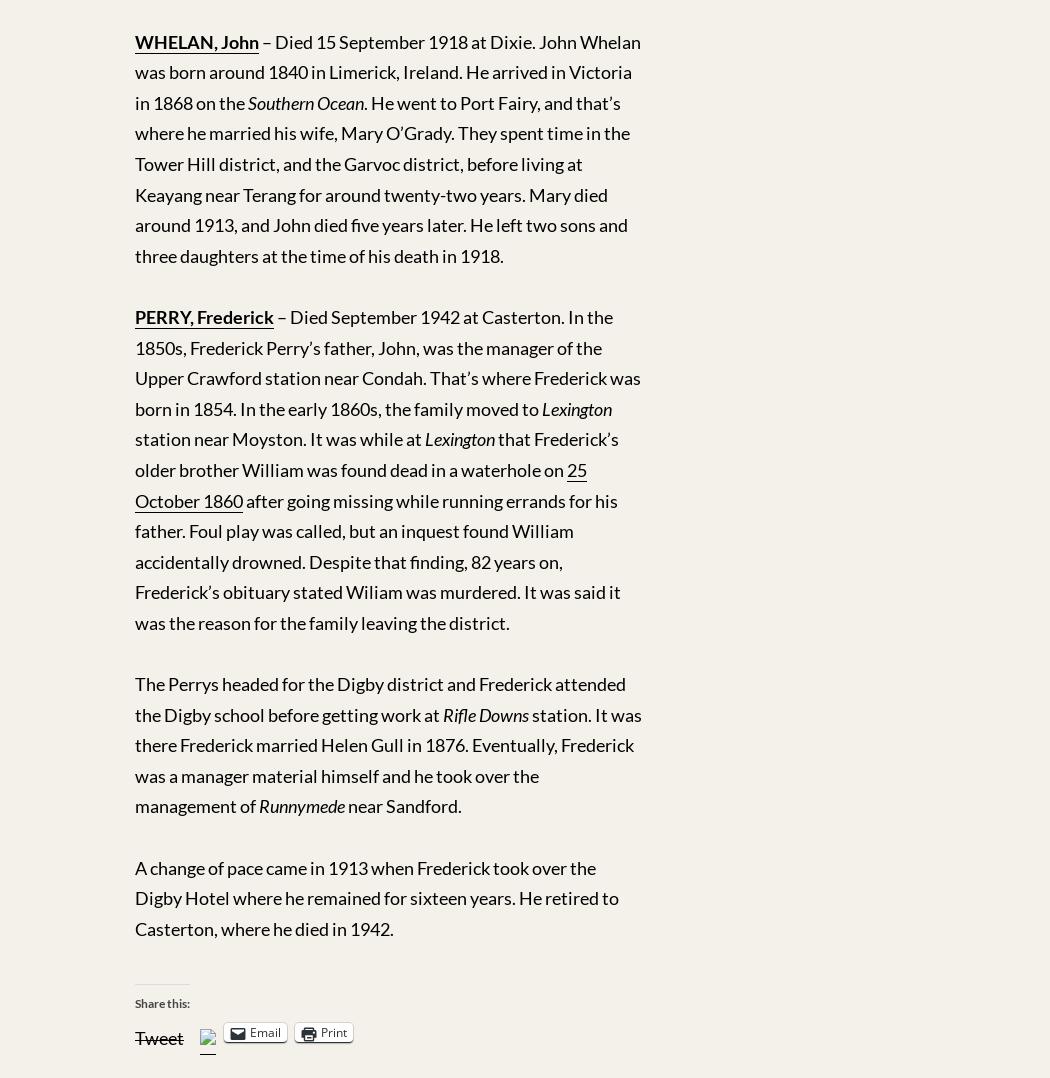  I want to click on 'station near Moyston. It was while at', so click(134, 438).